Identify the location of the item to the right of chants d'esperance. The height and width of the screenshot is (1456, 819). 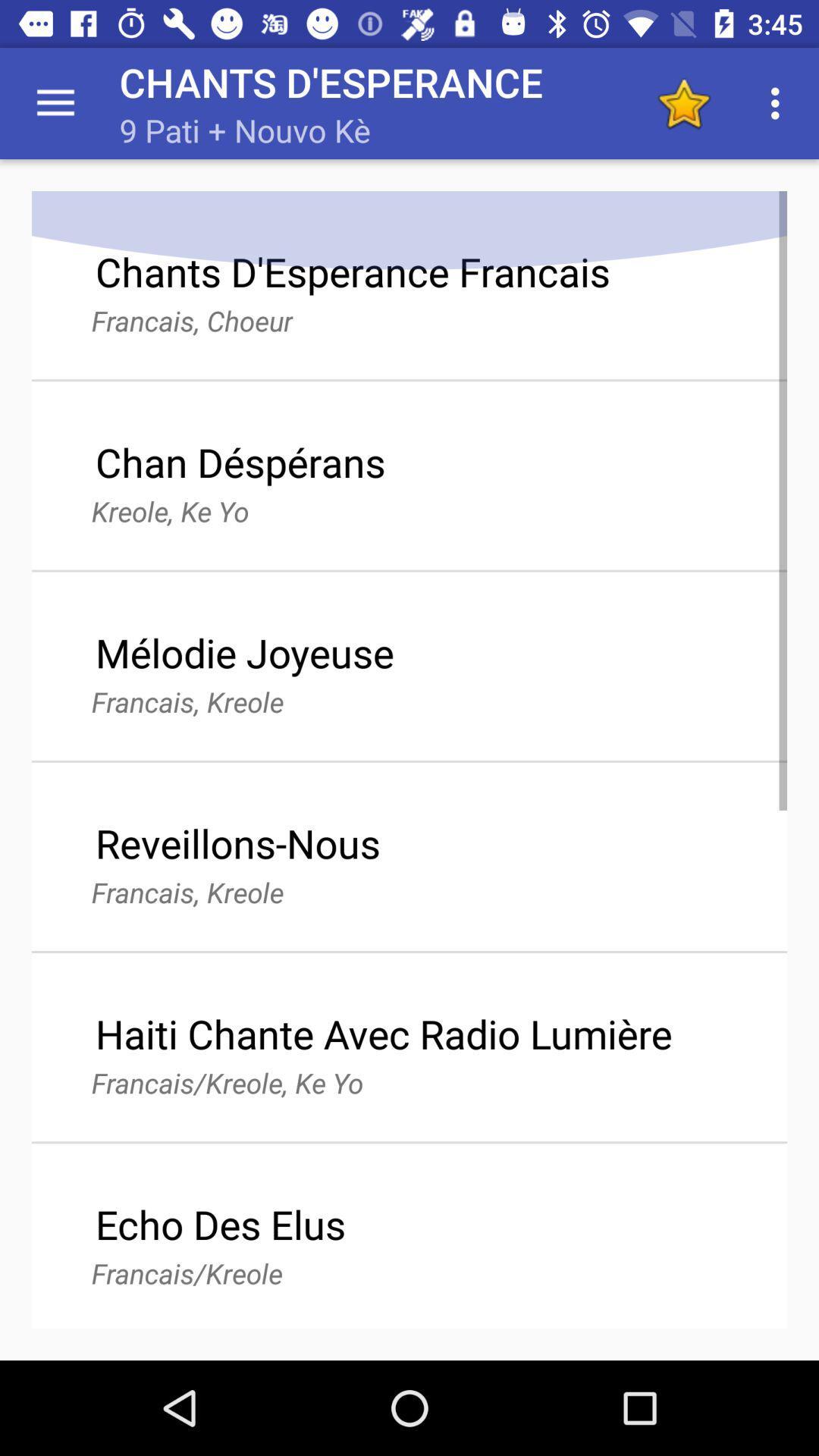
(683, 102).